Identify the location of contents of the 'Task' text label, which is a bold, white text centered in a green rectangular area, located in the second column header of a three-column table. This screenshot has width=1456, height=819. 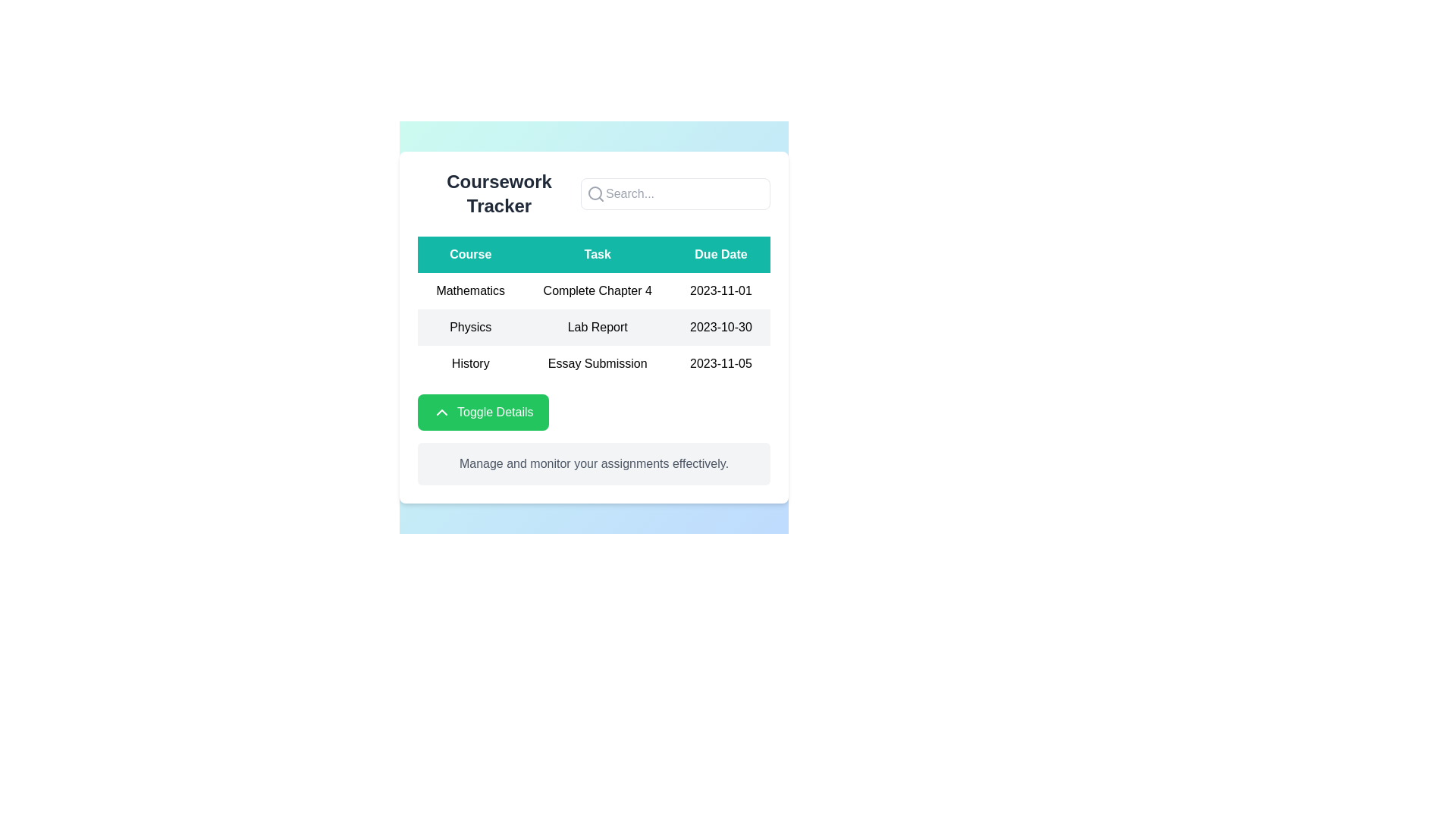
(597, 253).